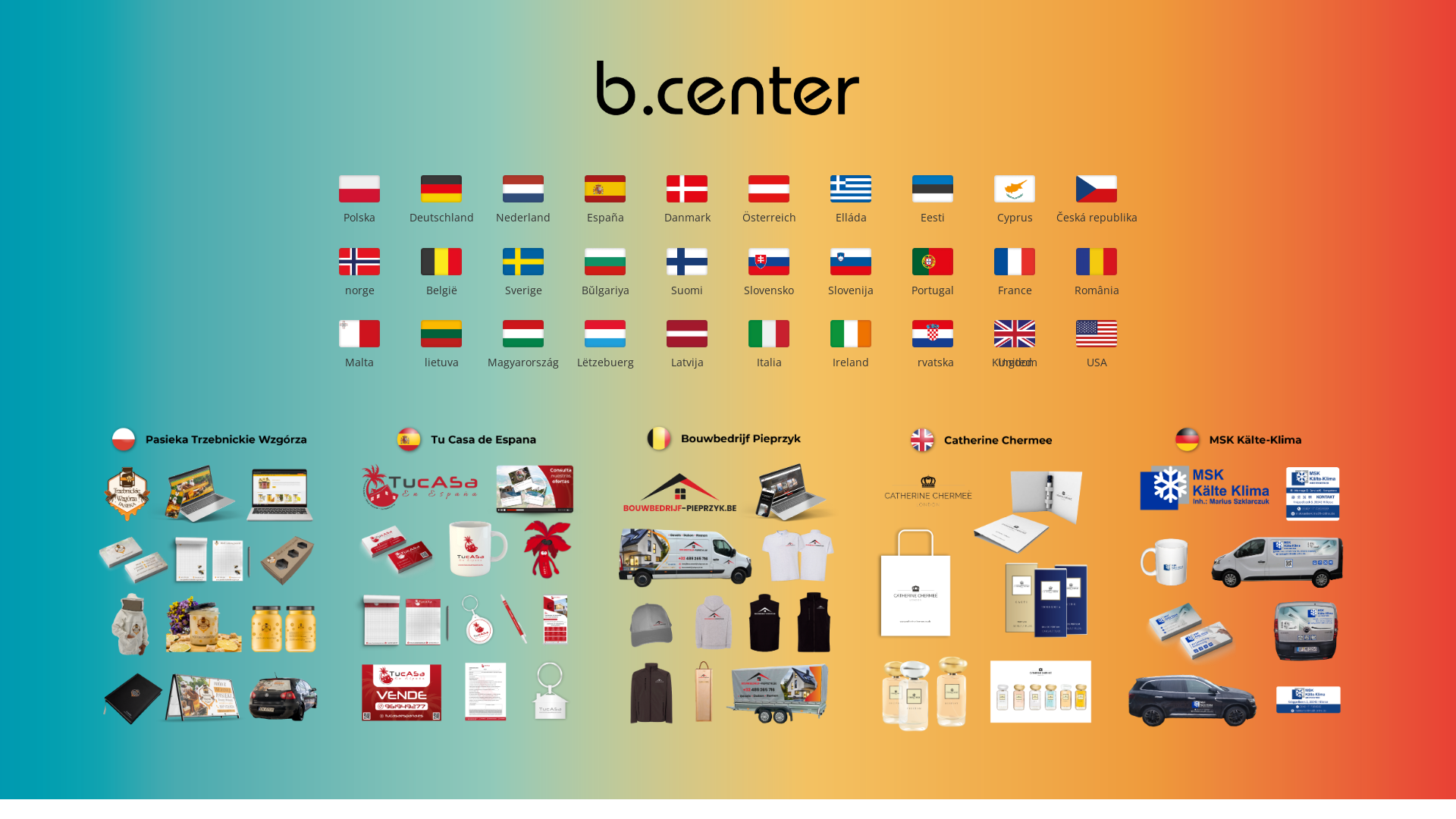  I want to click on 'Slovenija', so click(851, 290).